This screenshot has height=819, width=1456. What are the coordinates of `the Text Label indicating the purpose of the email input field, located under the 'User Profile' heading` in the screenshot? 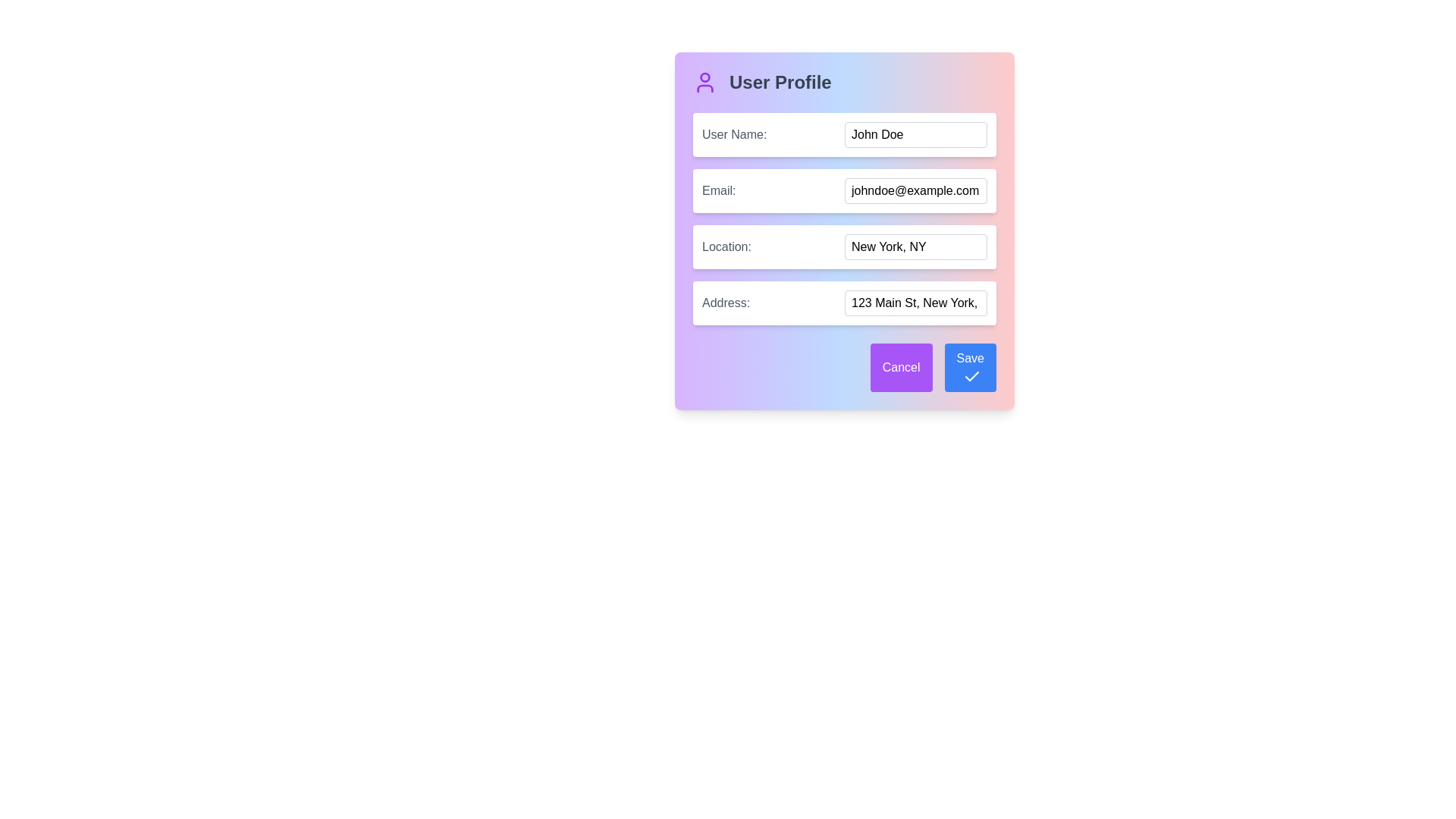 It's located at (718, 190).